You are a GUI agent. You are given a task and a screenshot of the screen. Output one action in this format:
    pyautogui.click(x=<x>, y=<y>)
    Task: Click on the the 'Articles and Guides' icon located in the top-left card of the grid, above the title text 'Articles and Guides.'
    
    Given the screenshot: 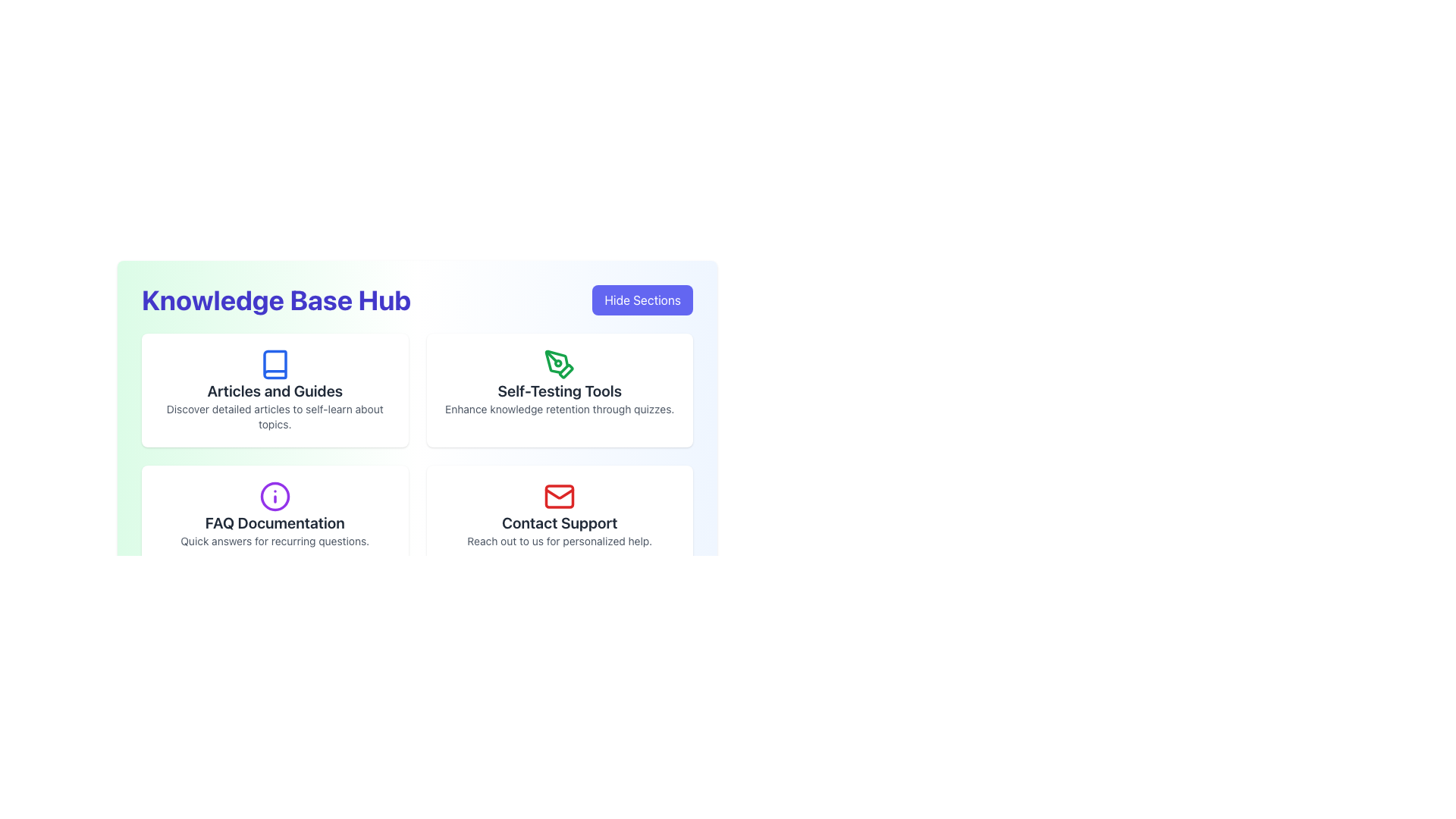 What is the action you would take?
    pyautogui.click(x=275, y=365)
    